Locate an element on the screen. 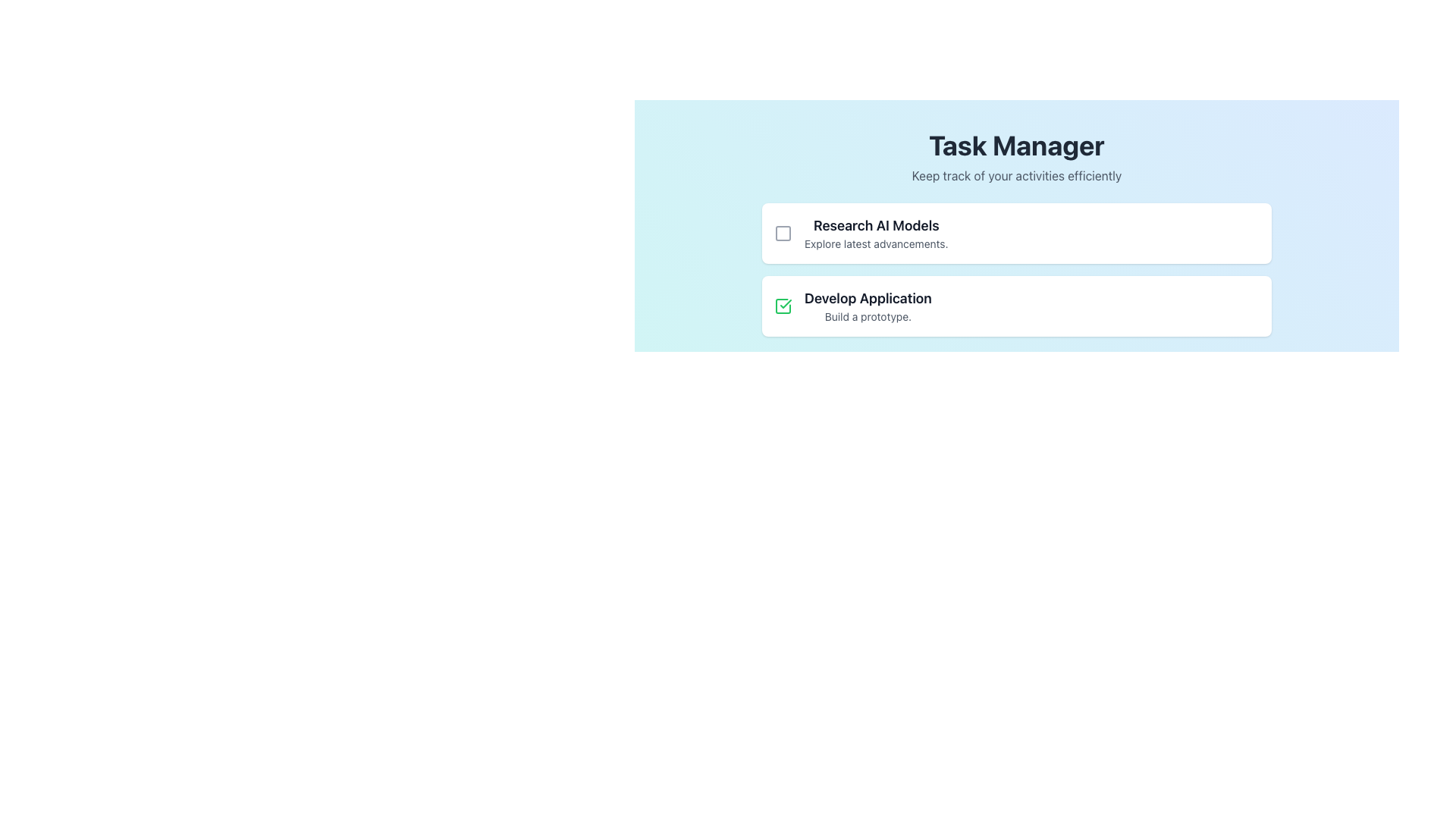 Image resolution: width=1456 pixels, height=819 pixels. the text element displaying 'Develop Application', which is styled in bold and appears larger than surrounding text, located in the lower task card above 'Build a prototype' is located at coordinates (868, 298).